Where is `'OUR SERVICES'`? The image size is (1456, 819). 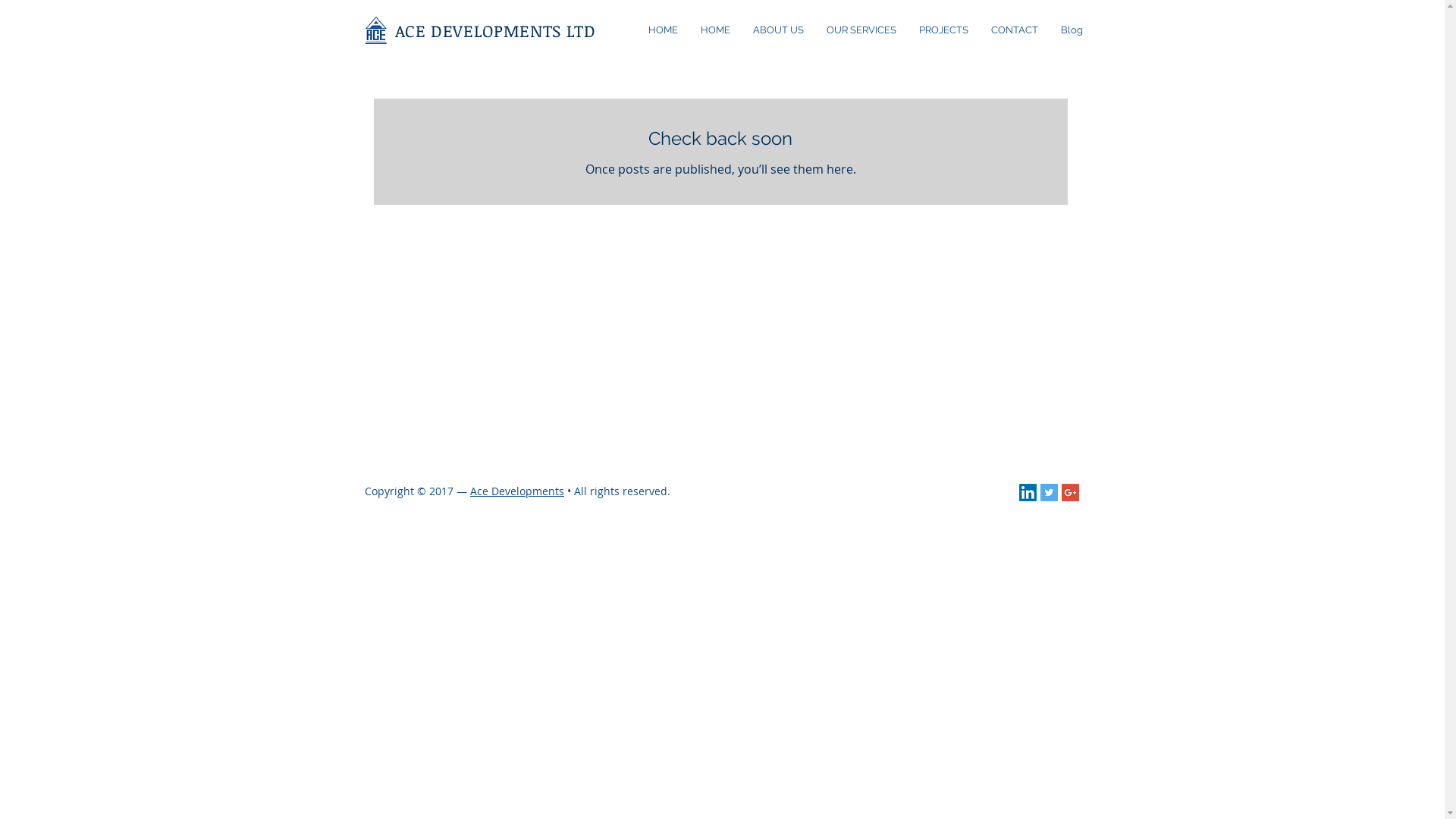 'OUR SERVICES' is located at coordinates (860, 30).